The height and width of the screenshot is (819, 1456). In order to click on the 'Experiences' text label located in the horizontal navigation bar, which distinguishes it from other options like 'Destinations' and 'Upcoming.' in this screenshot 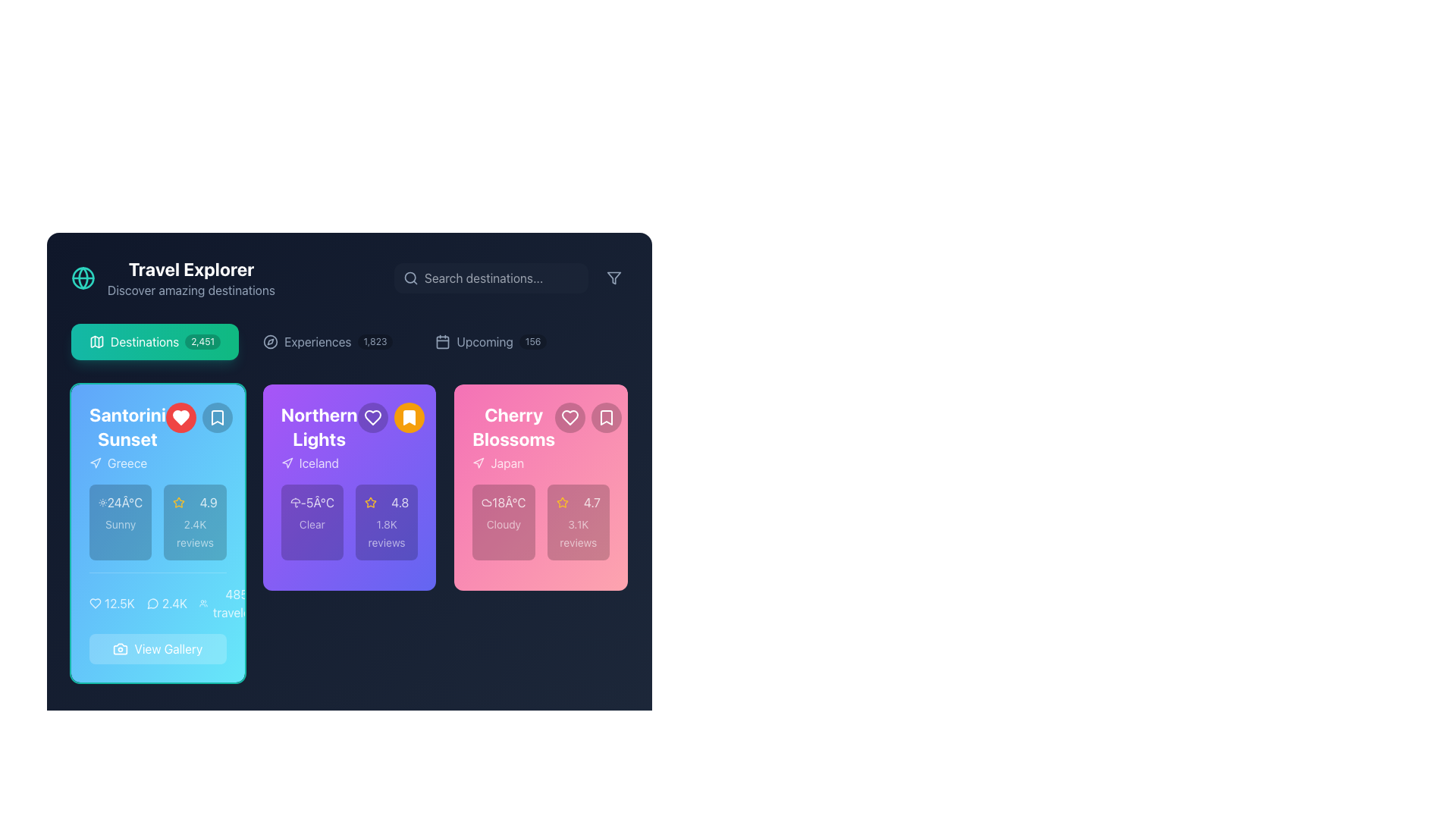, I will do `click(317, 342)`.